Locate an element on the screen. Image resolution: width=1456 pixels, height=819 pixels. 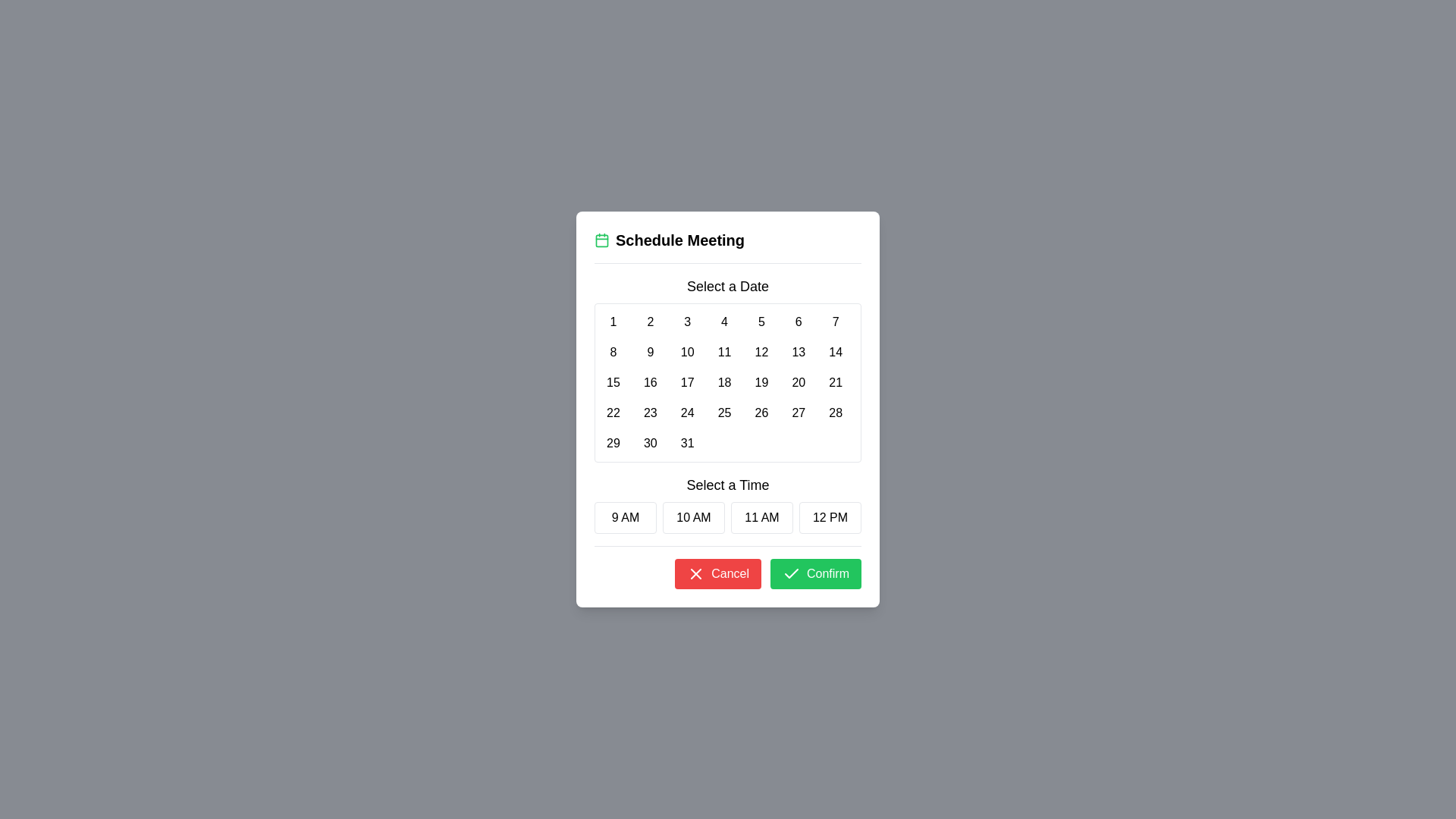
the selectable date '26' on the calendar in the 'Select a Date' section is located at coordinates (761, 413).